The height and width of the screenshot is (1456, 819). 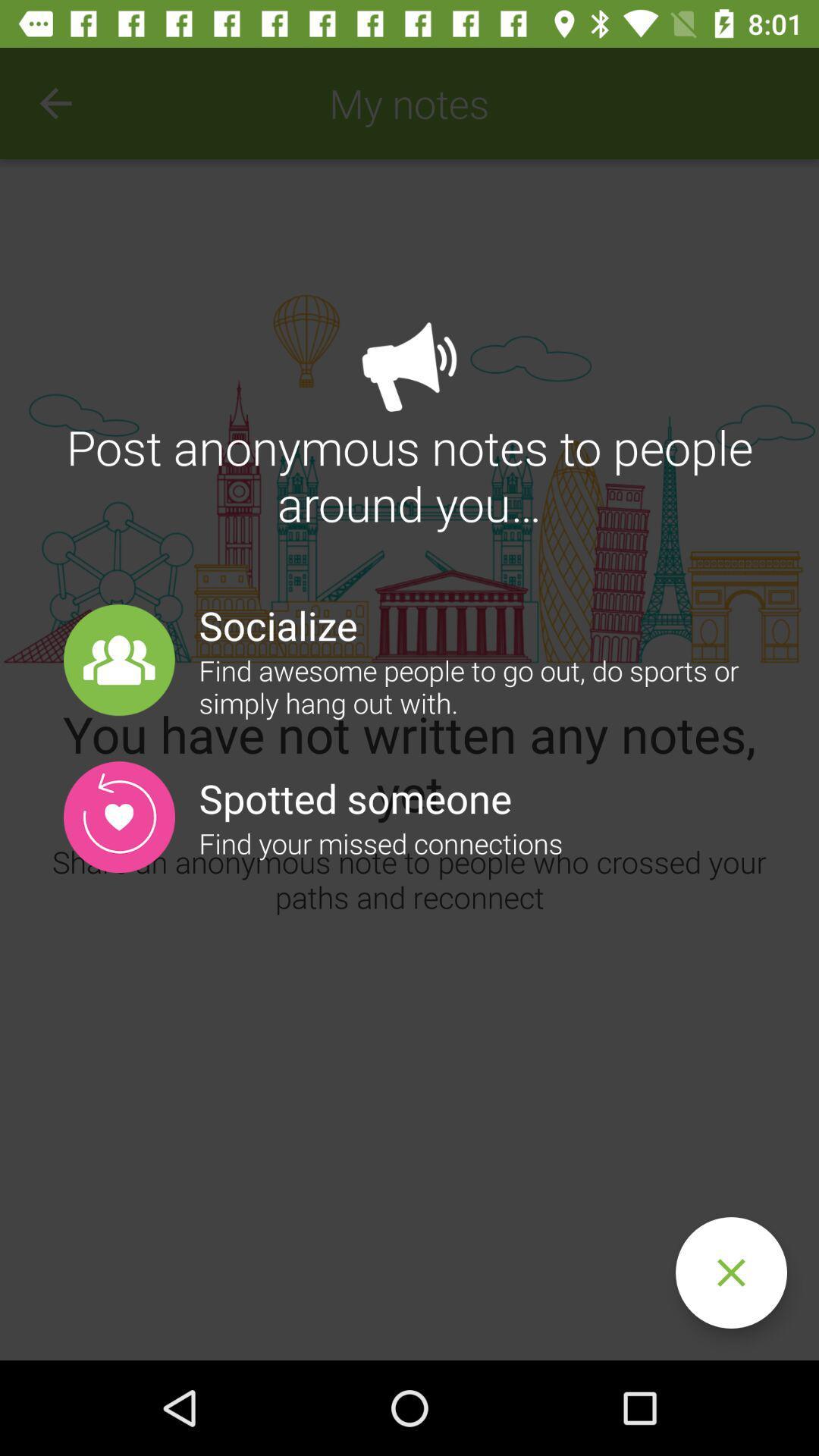 I want to click on the item below the find awesome people icon, so click(x=730, y=1272).